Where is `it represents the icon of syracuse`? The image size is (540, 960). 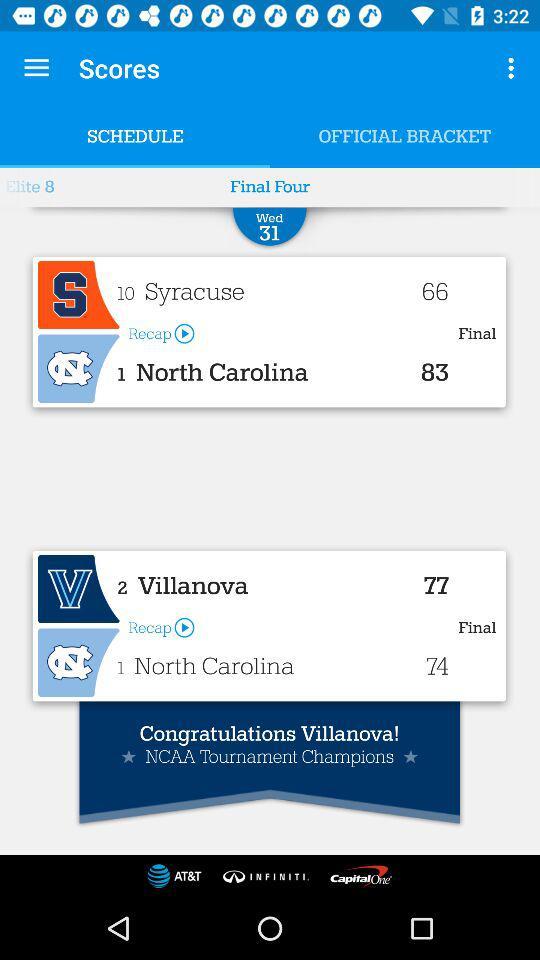 it represents the icon of syracuse is located at coordinates (77, 294).